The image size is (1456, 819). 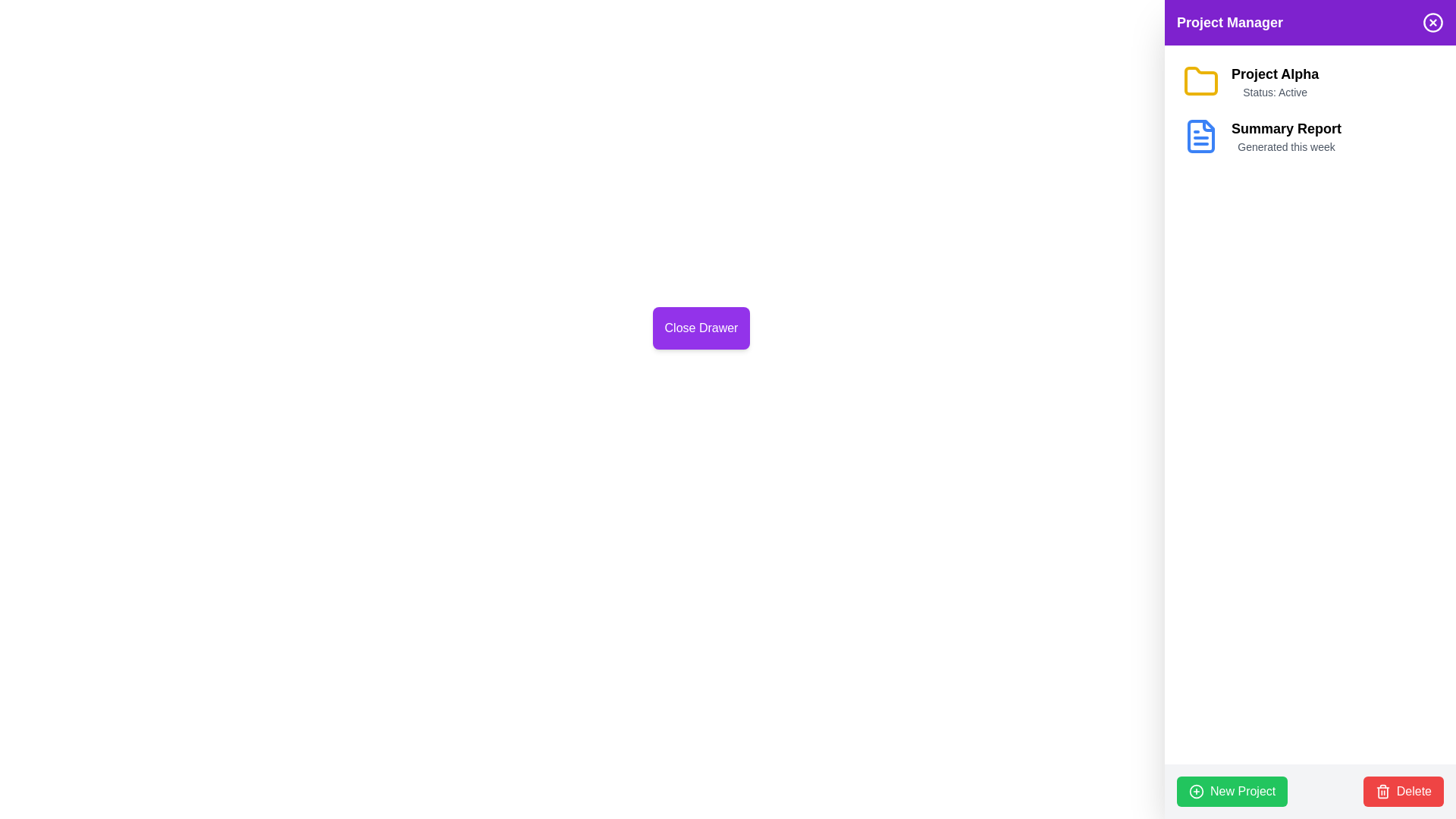 What do you see at coordinates (1274, 93) in the screenshot?
I see `the text label displaying 'Status: Active', which is located below the bold text 'Project Alpha' in the 'Project Manager' right sidebar` at bounding box center [1274, 93].